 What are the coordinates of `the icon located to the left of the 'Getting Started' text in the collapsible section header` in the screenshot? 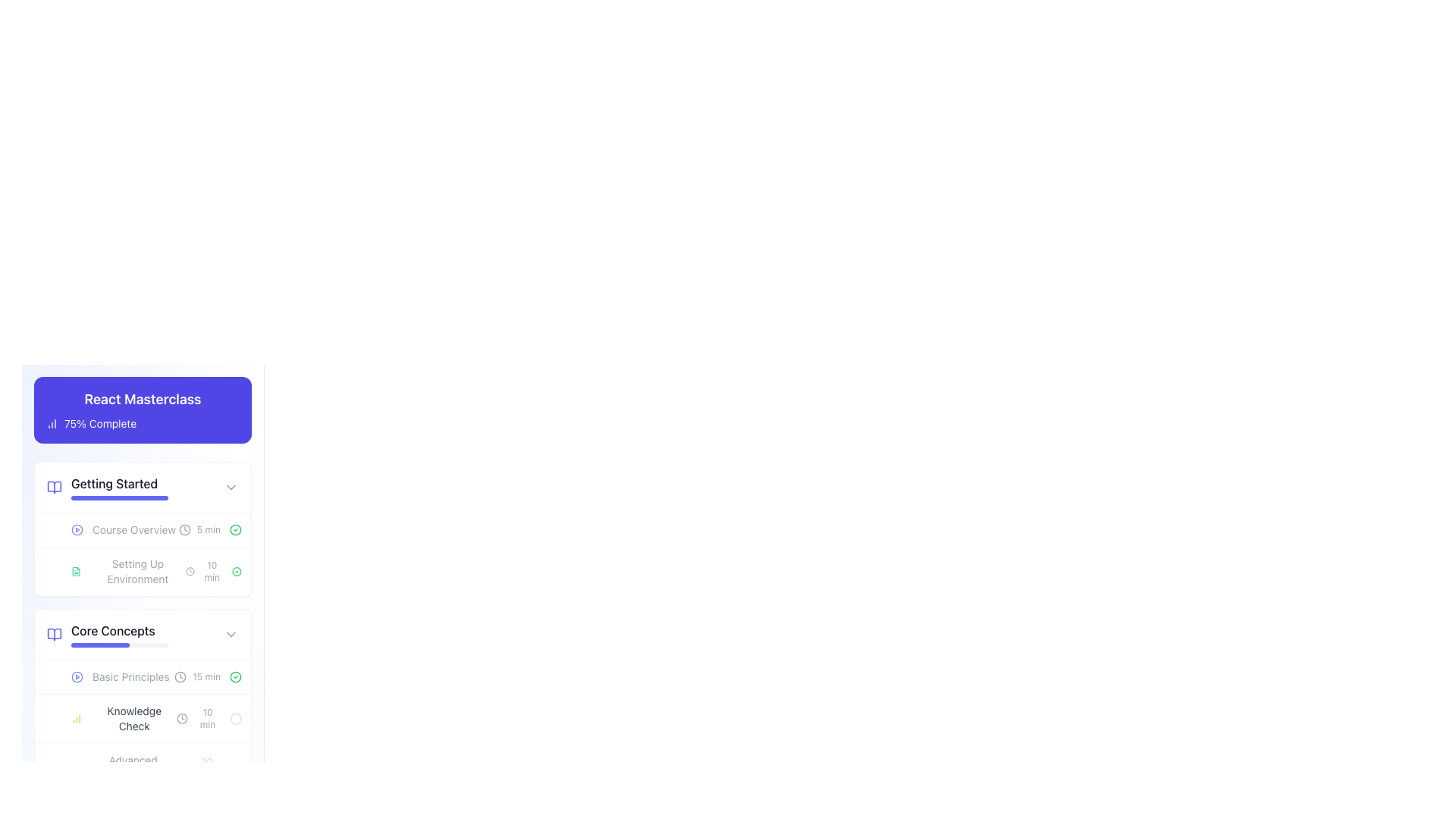 It's located at (55, 488).